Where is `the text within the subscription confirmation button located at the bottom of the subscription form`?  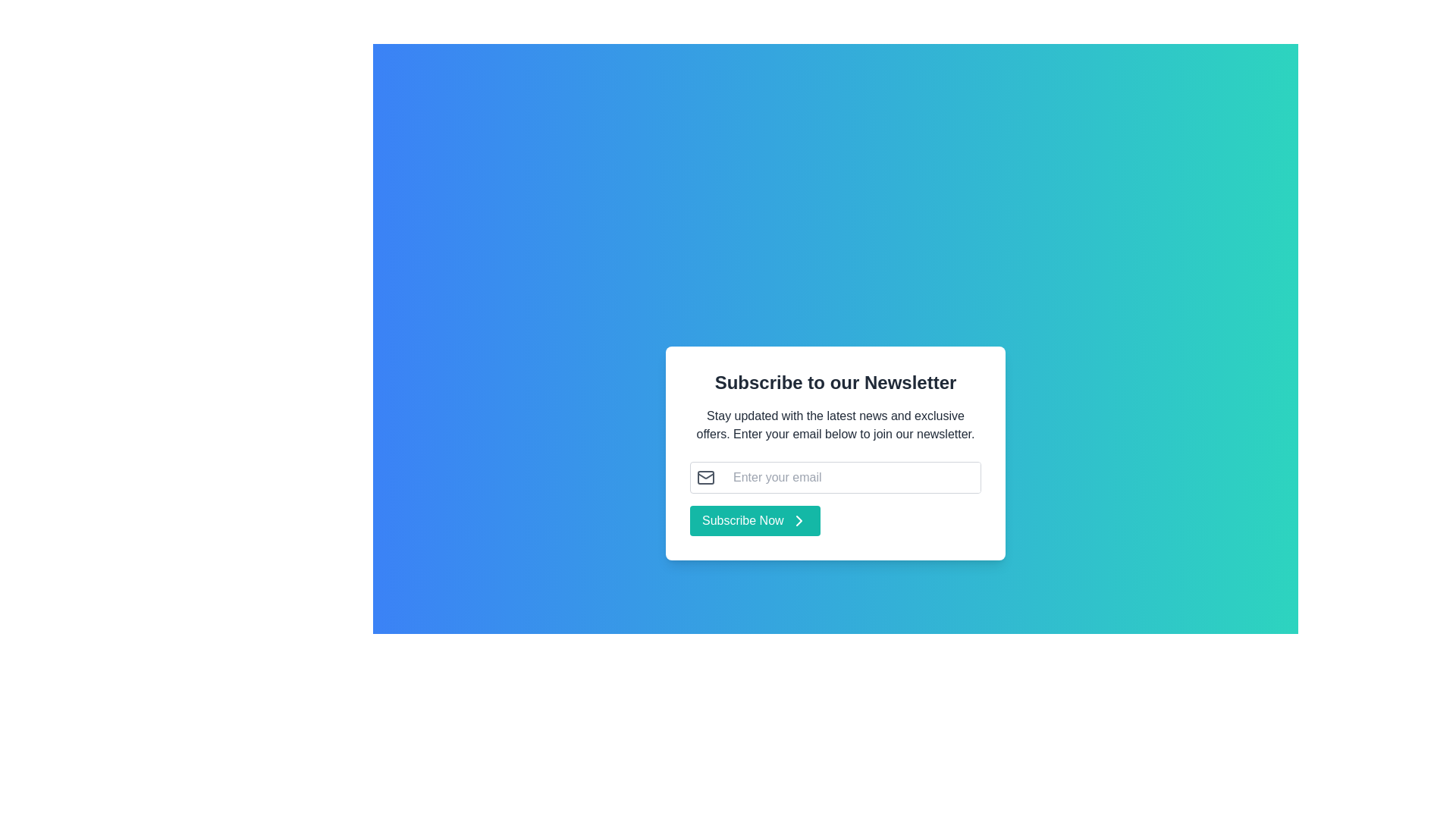
the text within the subscription confirmation button located at the bottom of the subscription form is located at coordinates (742, 519).